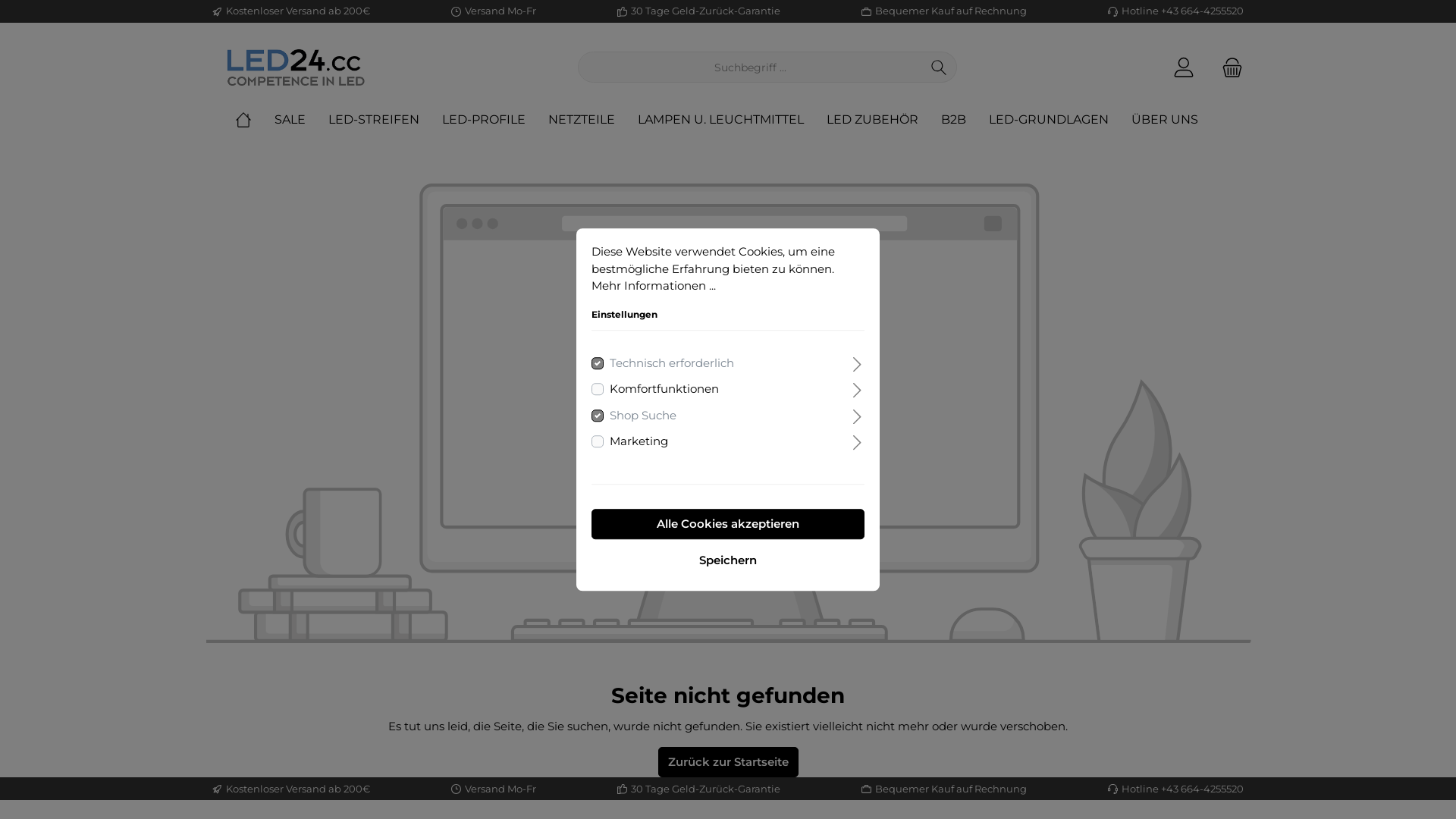  I want to click on 'Warenkorb', so click(1211, 66).